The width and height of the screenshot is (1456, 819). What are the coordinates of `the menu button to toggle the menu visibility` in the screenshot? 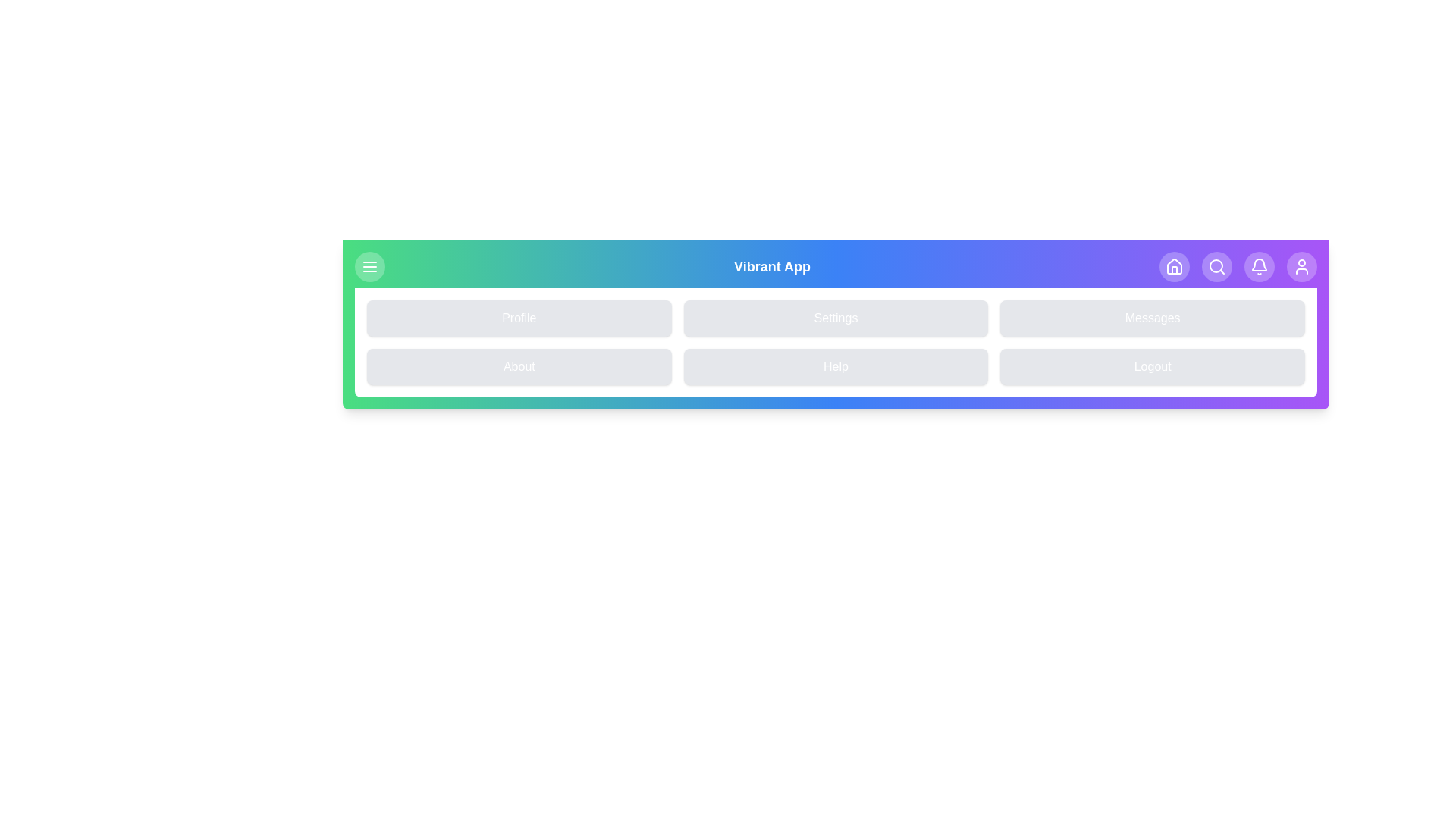 It's located at (370, 265).